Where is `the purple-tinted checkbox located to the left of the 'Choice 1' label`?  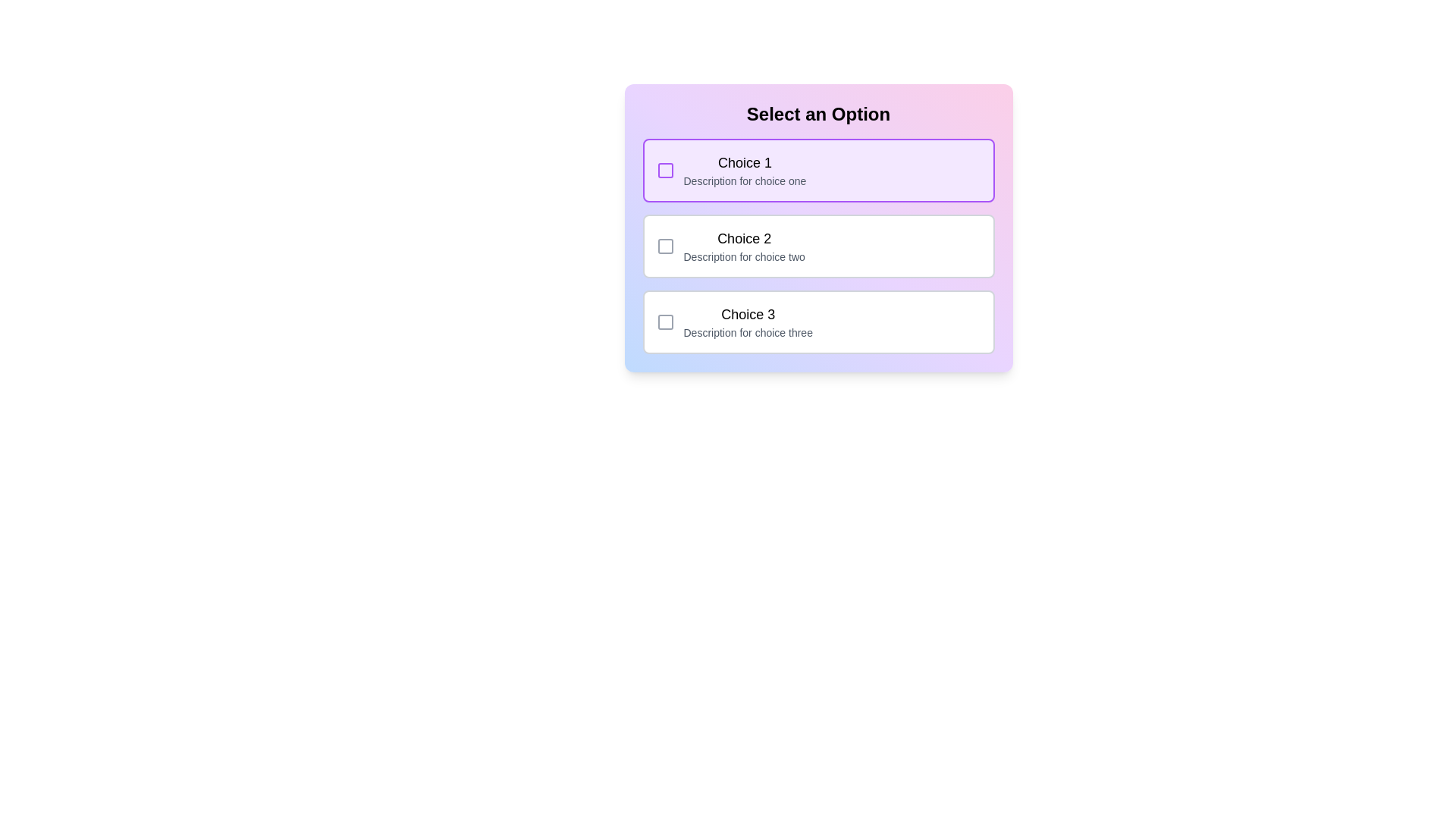
the purple-tinted checkbox located to the left of the 'Choice 1' label is located at coordinates (665, 170).